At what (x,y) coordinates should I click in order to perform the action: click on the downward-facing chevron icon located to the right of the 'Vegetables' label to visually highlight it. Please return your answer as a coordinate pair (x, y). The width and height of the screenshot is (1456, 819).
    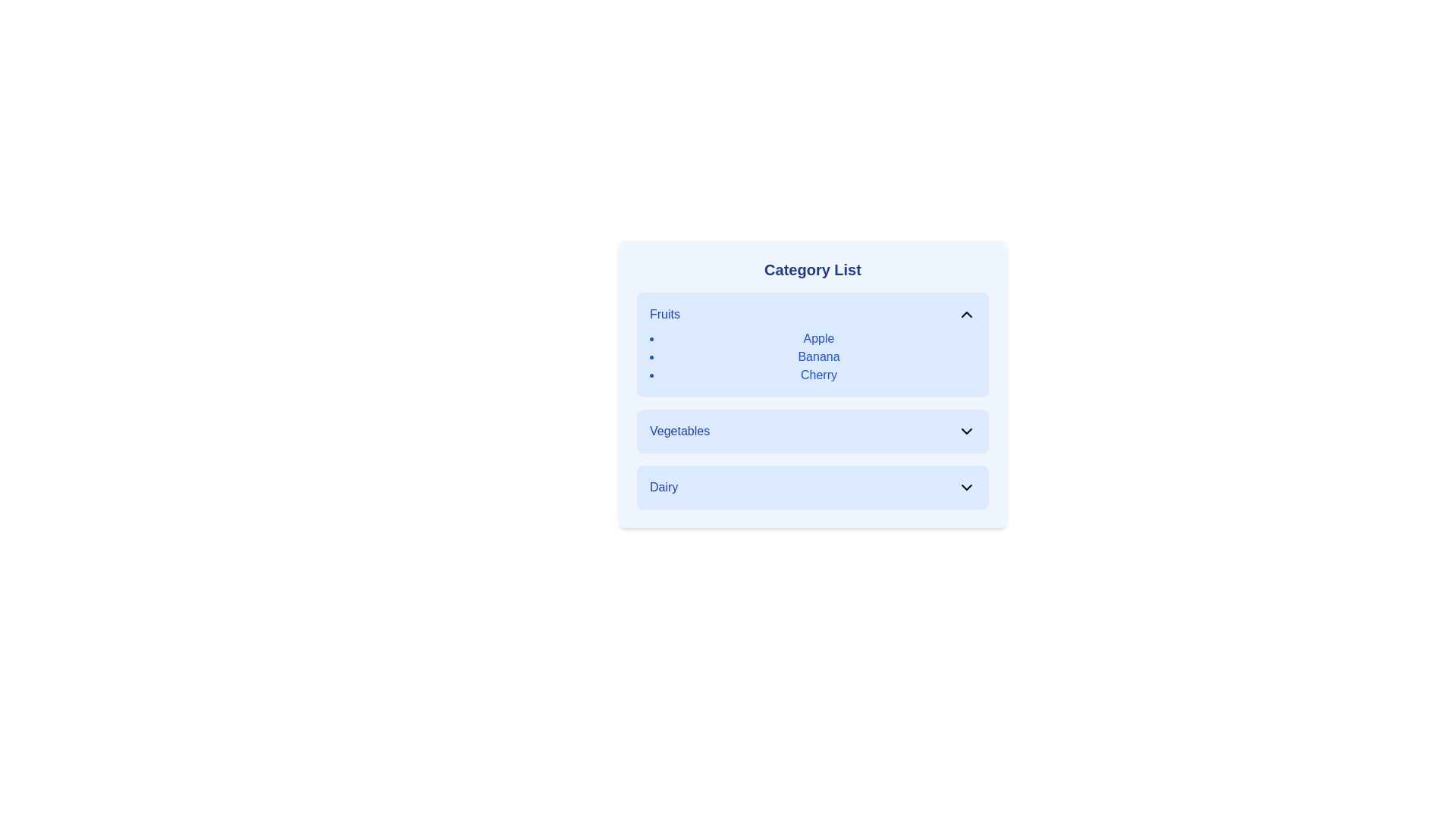
    Looking at the image, I should click on (966, 431).